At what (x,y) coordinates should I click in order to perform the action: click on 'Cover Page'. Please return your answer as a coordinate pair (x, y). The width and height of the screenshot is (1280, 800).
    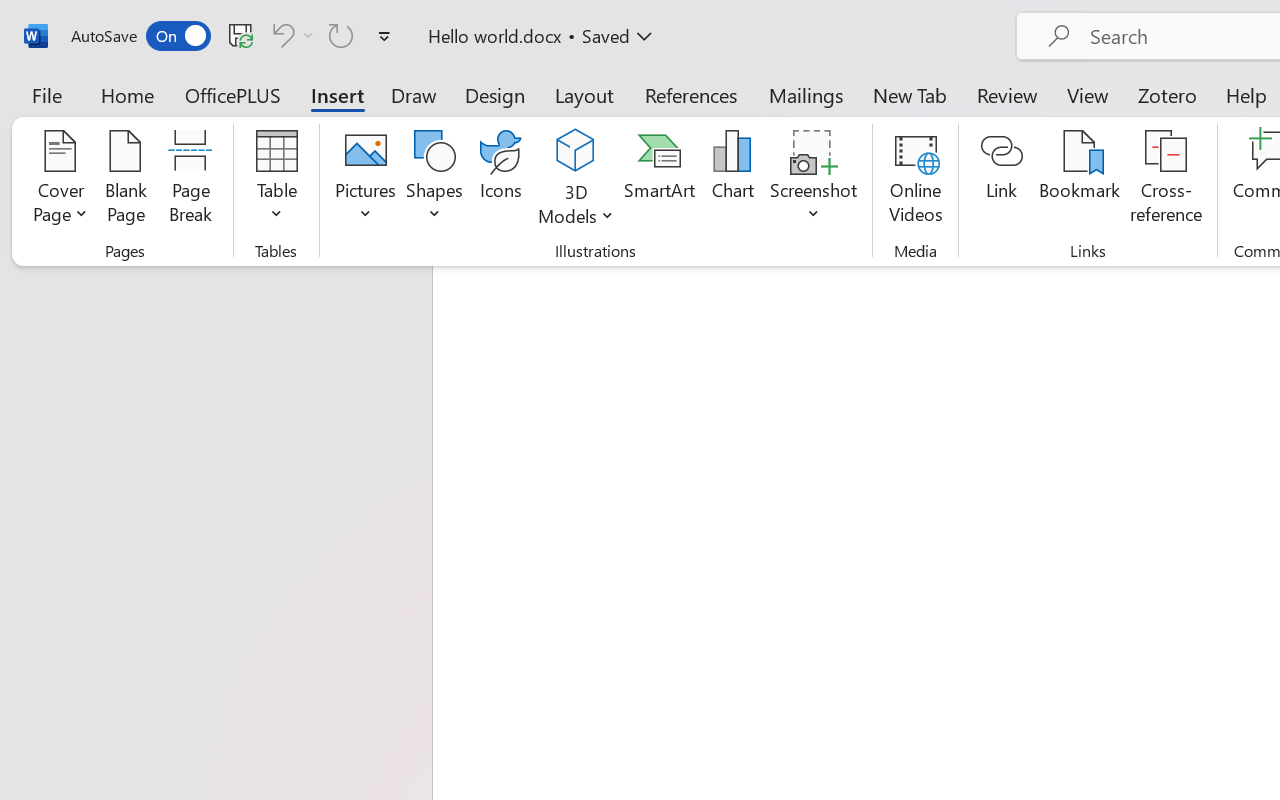
    Looking at the image, I should click on (60, 179).